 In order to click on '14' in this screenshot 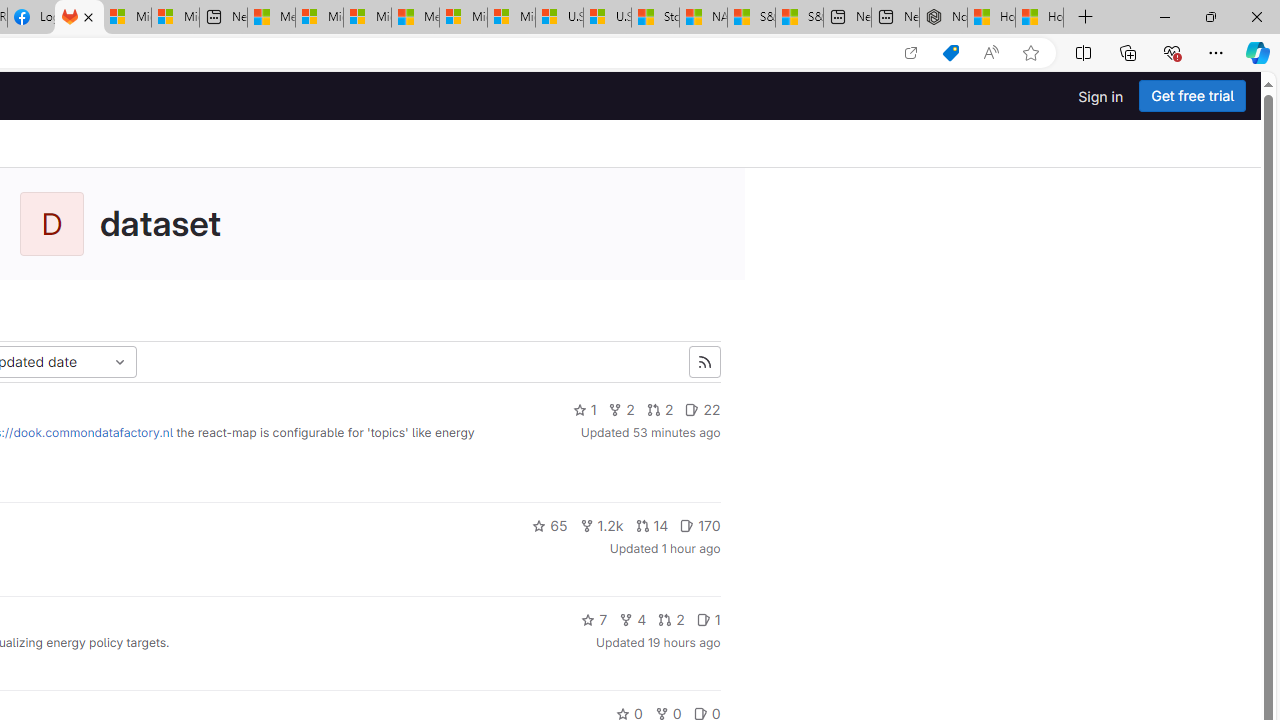, I will do `click(652, 524)`.